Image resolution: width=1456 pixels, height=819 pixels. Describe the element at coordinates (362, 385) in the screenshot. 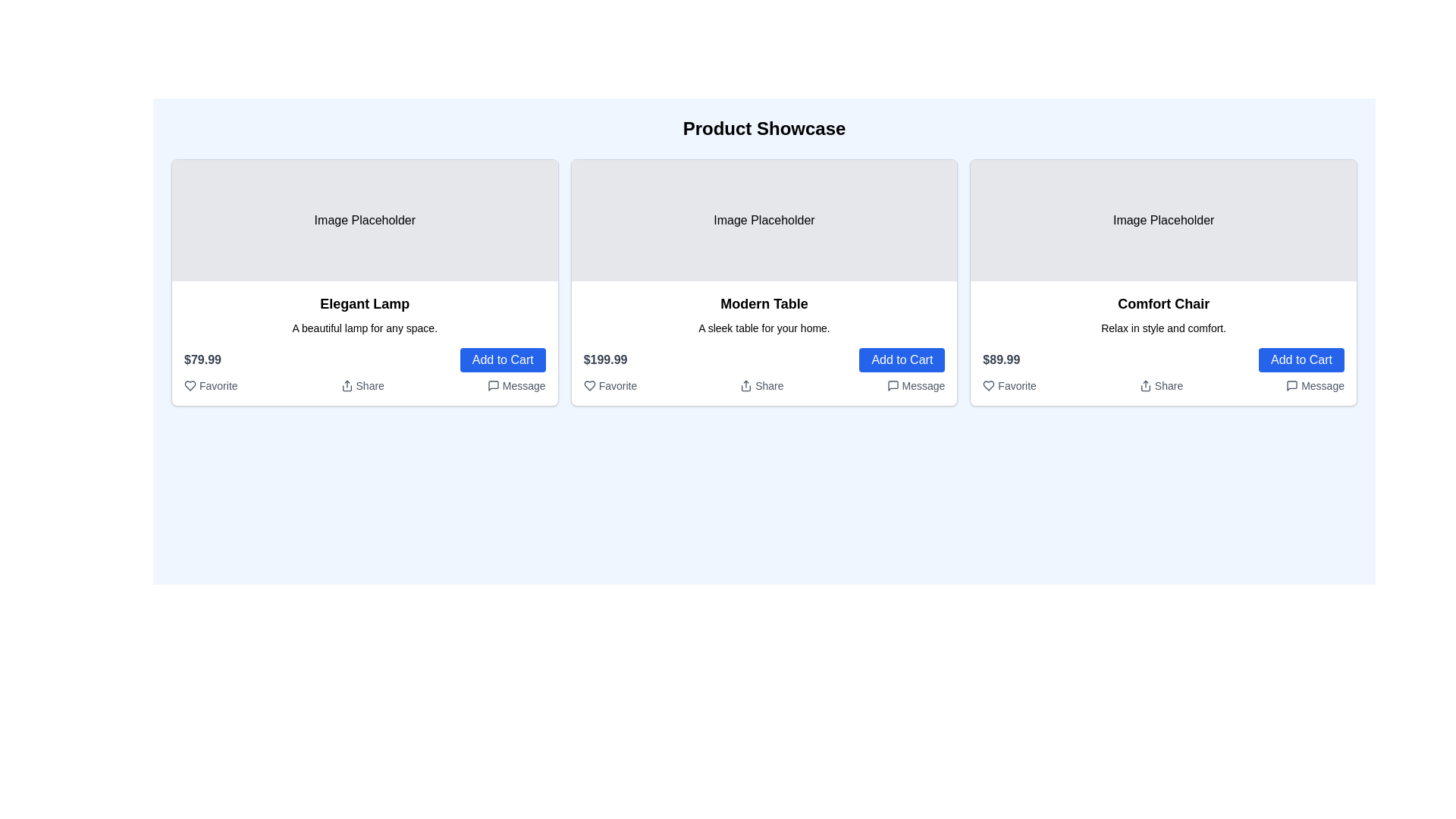

I see `the 'Share' button, which is centrally placed in the bottom section of the 'Elegant Lamp' product card` at that location.